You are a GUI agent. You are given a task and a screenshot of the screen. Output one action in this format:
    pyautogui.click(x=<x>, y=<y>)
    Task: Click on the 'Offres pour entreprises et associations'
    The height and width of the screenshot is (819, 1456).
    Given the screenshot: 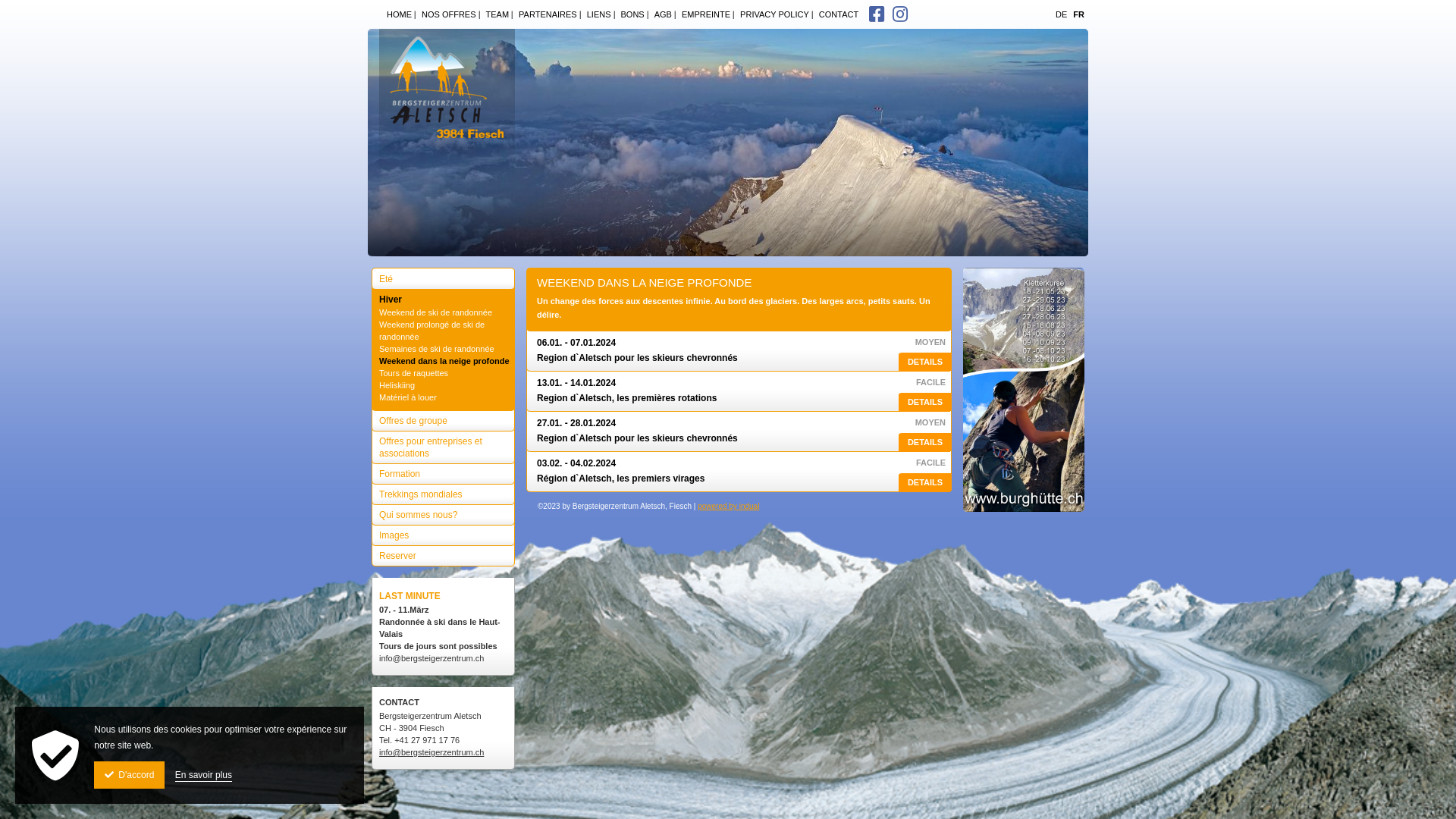 What is the action you would take?
    pyautogui.click(x=442, y=444)
    